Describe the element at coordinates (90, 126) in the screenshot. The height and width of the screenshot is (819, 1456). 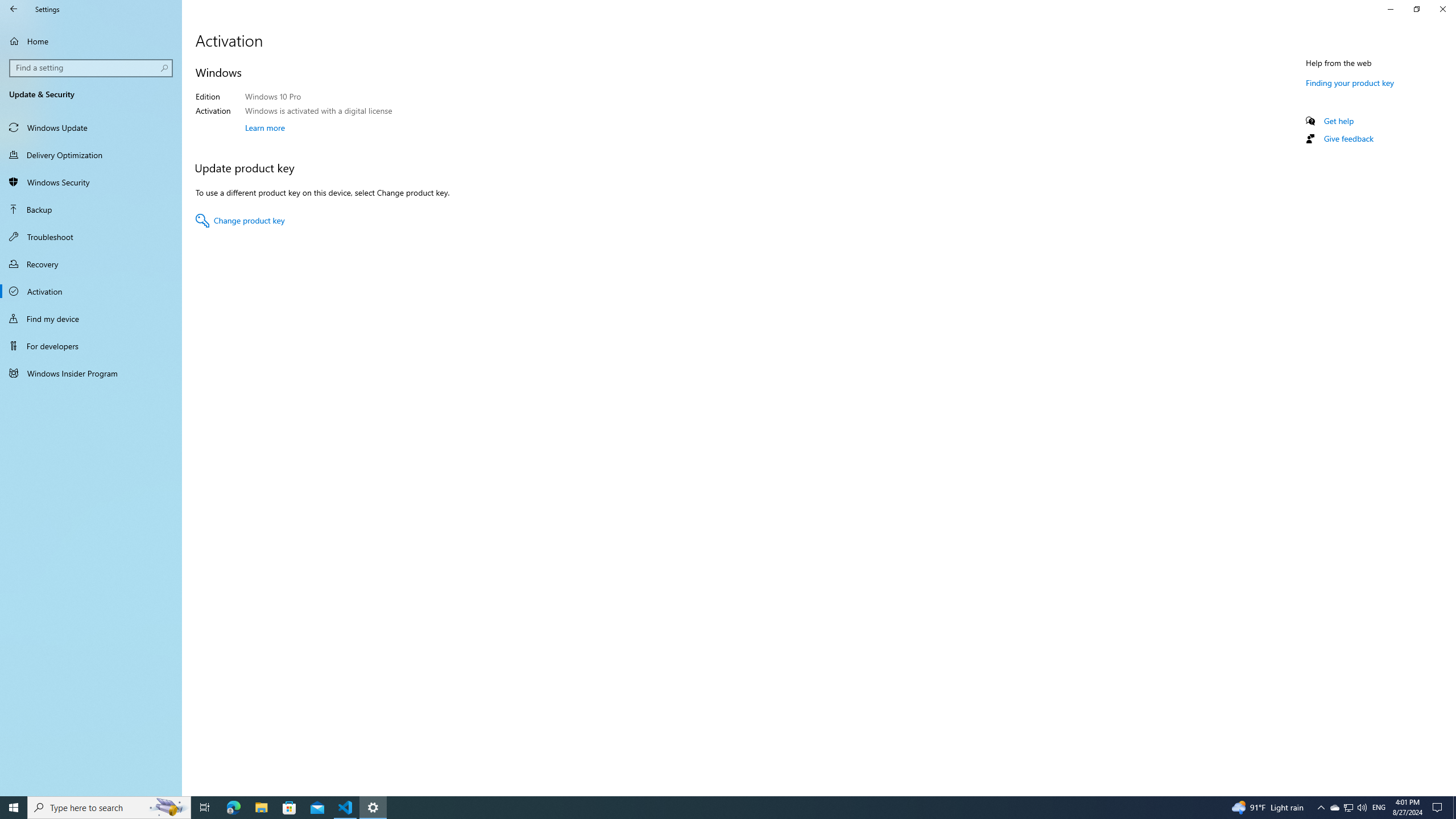
I see `'Windows Update'` at that location.